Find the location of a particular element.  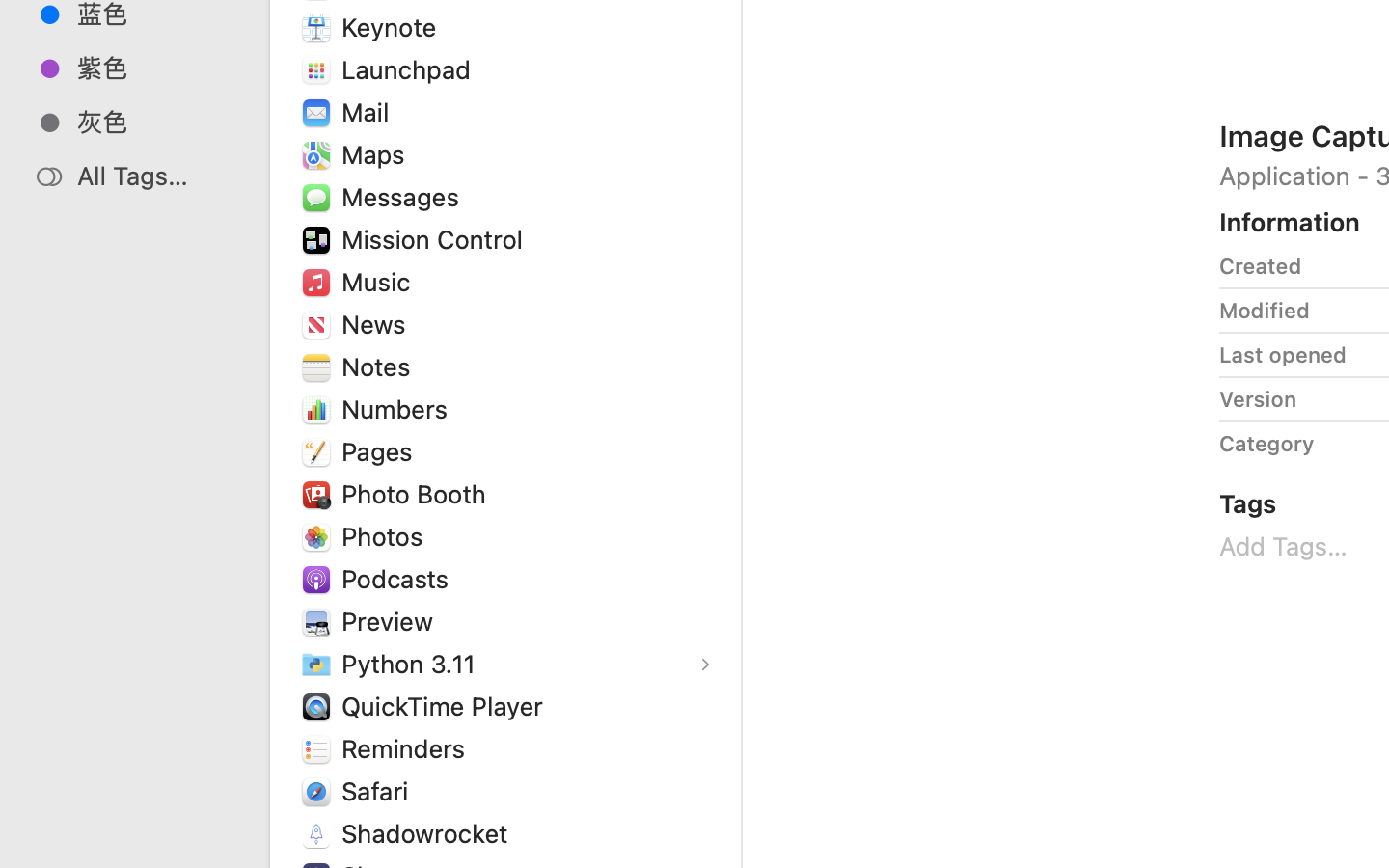

'Keynote' is located at coordinates (392, 25).